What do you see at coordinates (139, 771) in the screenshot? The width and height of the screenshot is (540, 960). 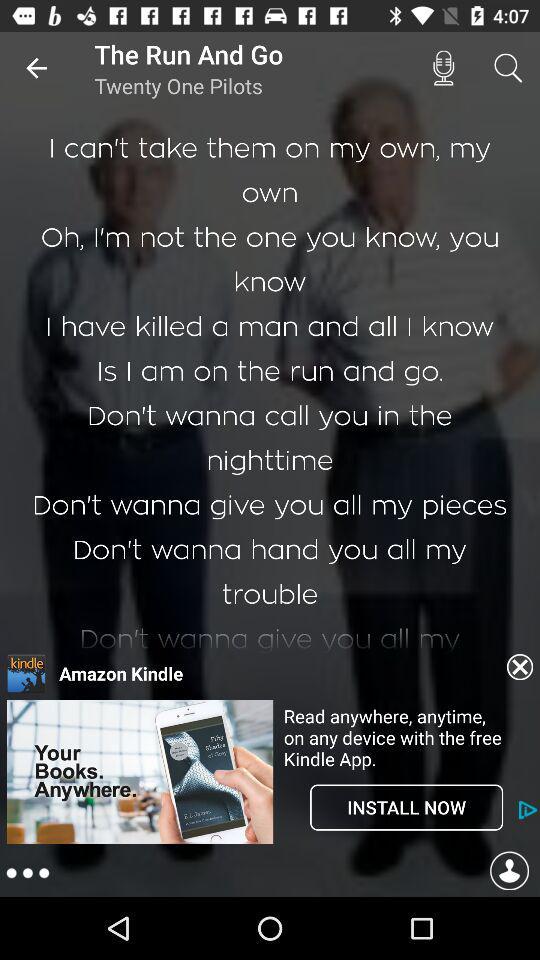 I see `advertisement area` at bounding box center [139, 771].